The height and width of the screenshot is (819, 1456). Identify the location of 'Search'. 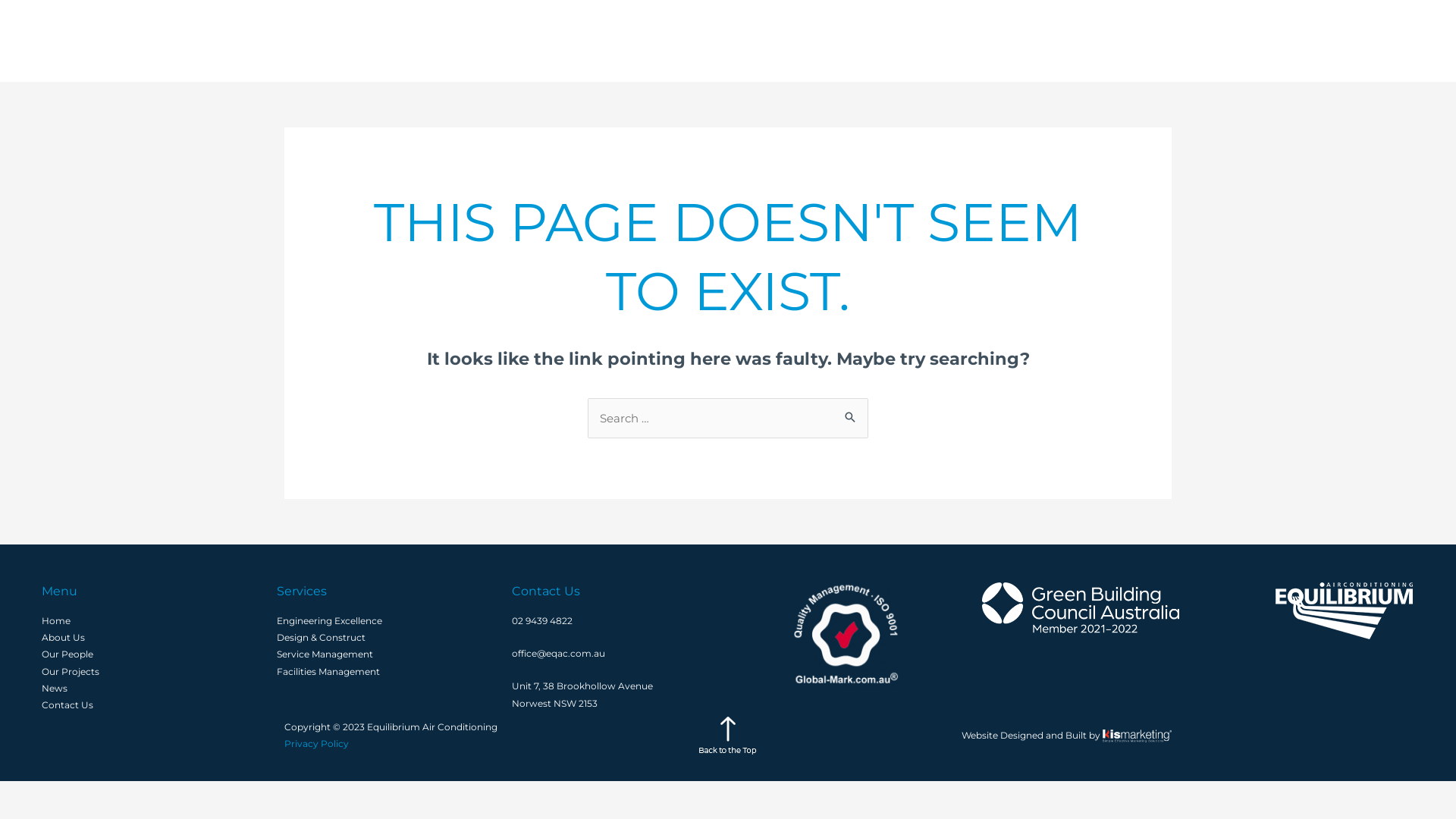
(833, 416).